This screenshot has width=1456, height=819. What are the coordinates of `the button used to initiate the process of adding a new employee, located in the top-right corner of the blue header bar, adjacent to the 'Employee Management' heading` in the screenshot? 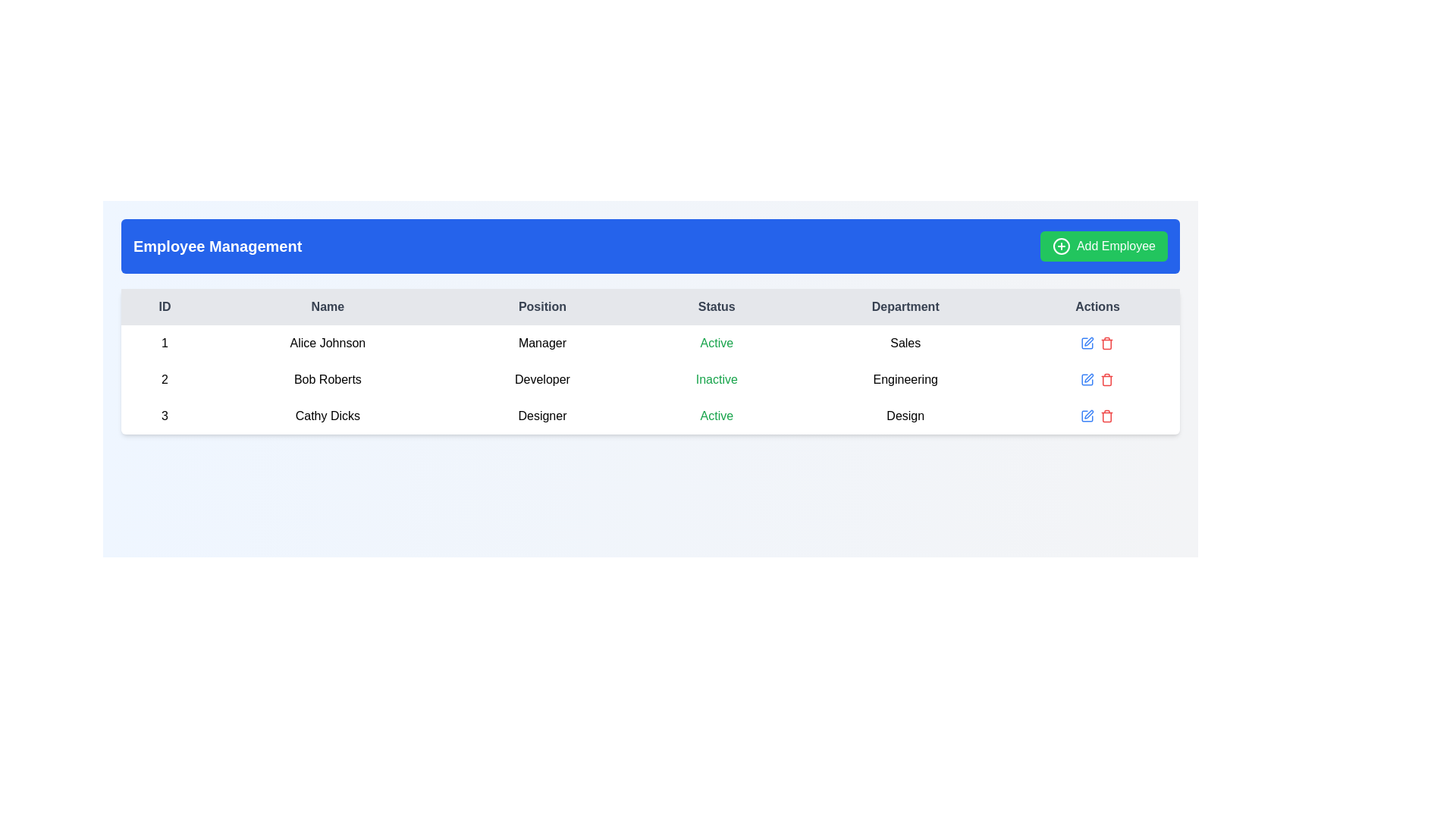 It's located at (1103, 245).